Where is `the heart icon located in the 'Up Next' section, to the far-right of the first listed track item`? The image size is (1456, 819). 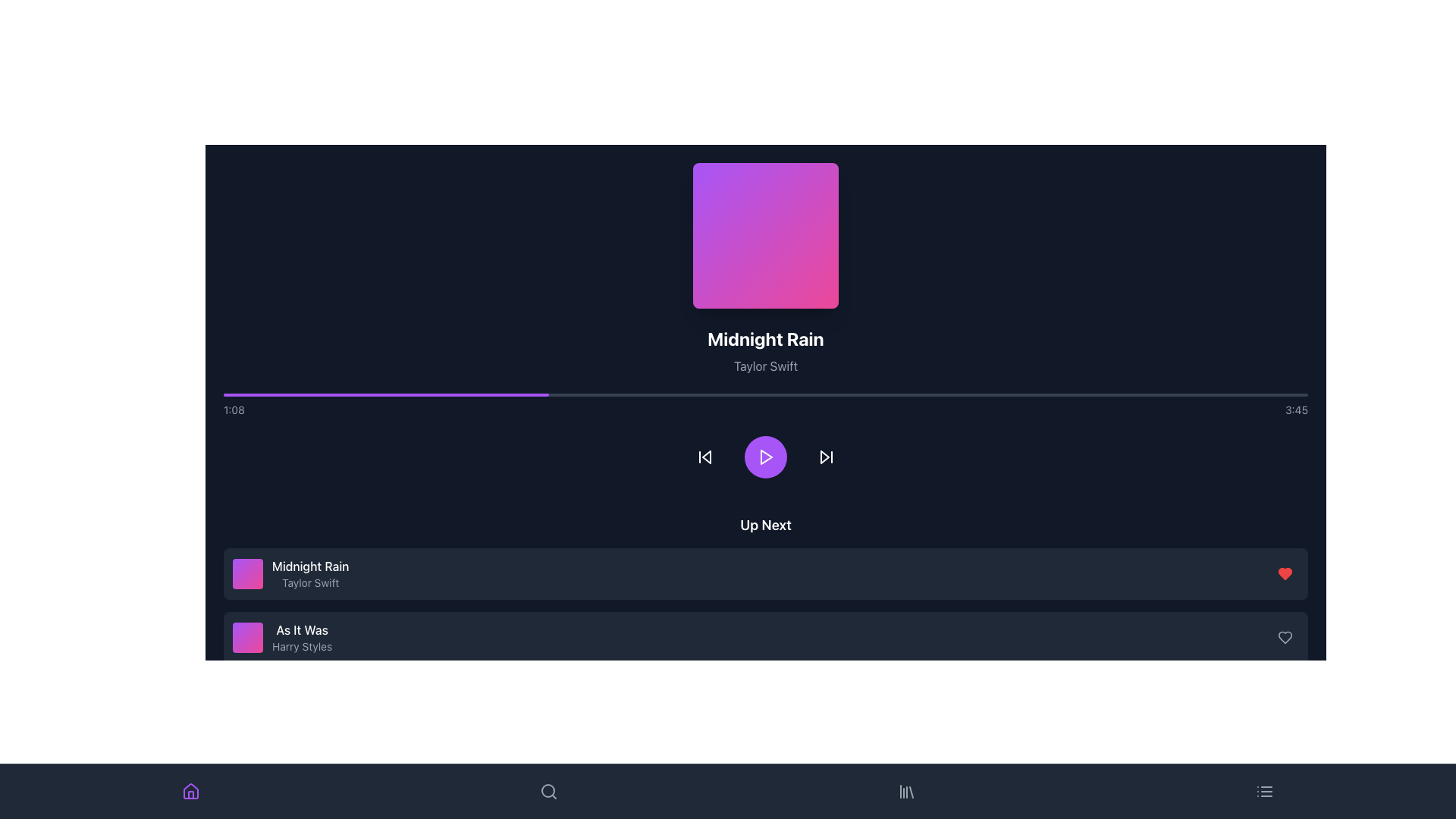
the heart icon located in the 'Up Next' section, to the far-right of the first listed track item is located at coordinates (1284, 573).